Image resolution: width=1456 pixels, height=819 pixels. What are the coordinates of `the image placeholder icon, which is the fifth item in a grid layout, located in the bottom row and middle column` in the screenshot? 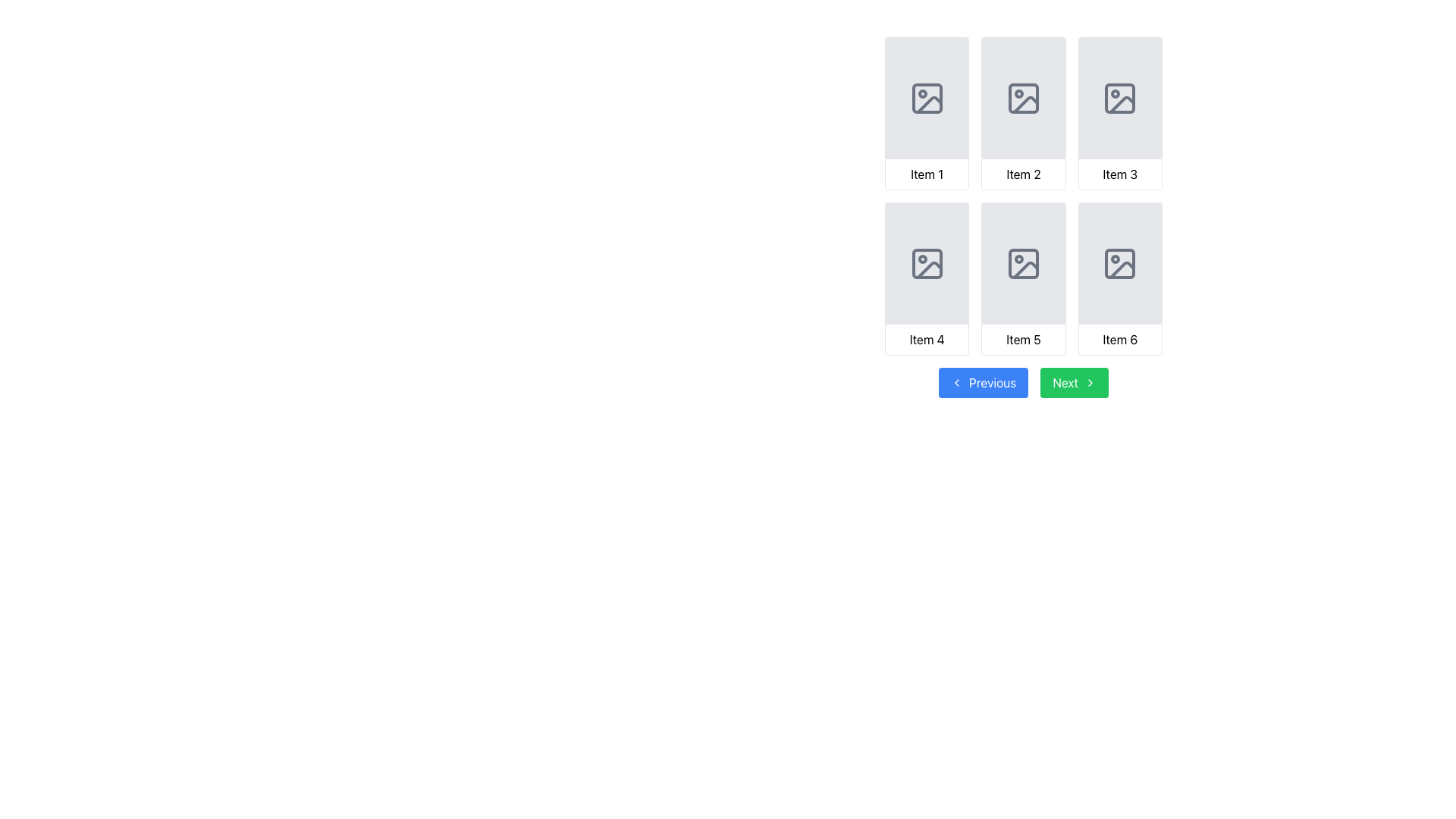 It's located at (1023, 262).